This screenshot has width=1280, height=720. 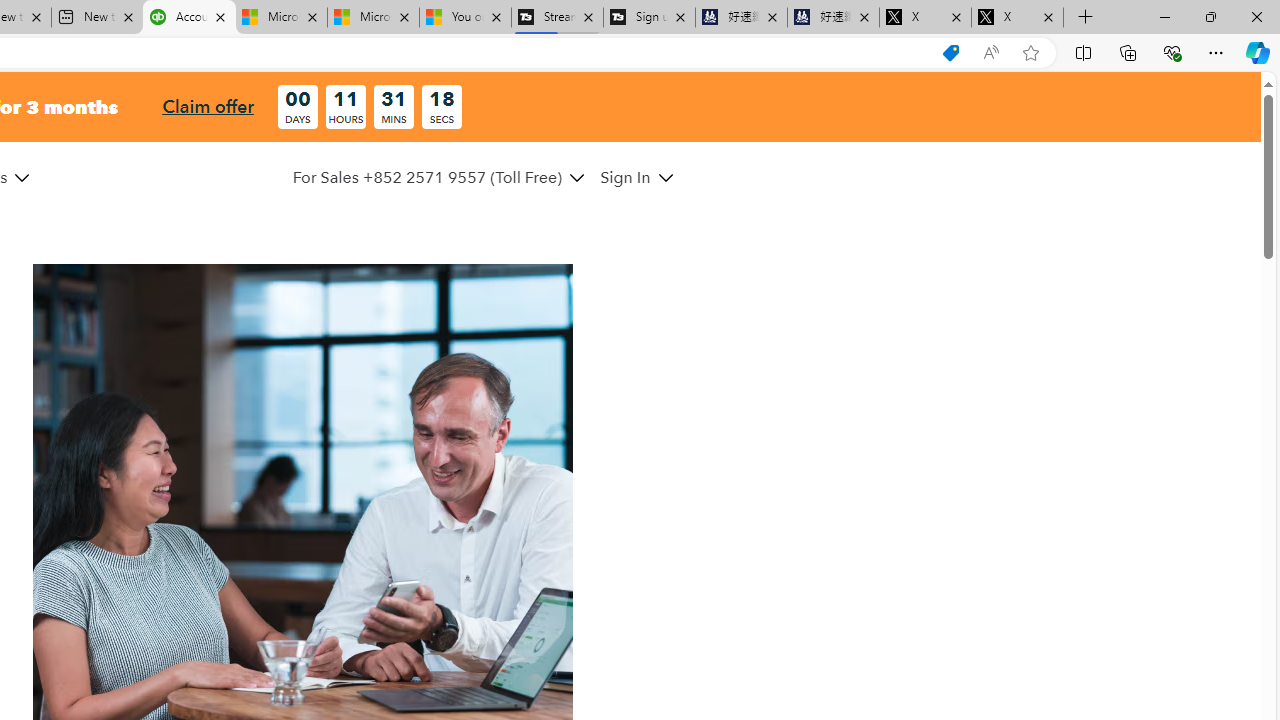 What do you see at coordinates (279, 17) in the screenshot?
I see `'Microsoft Start Sports'` at bounding box center [279, 17].